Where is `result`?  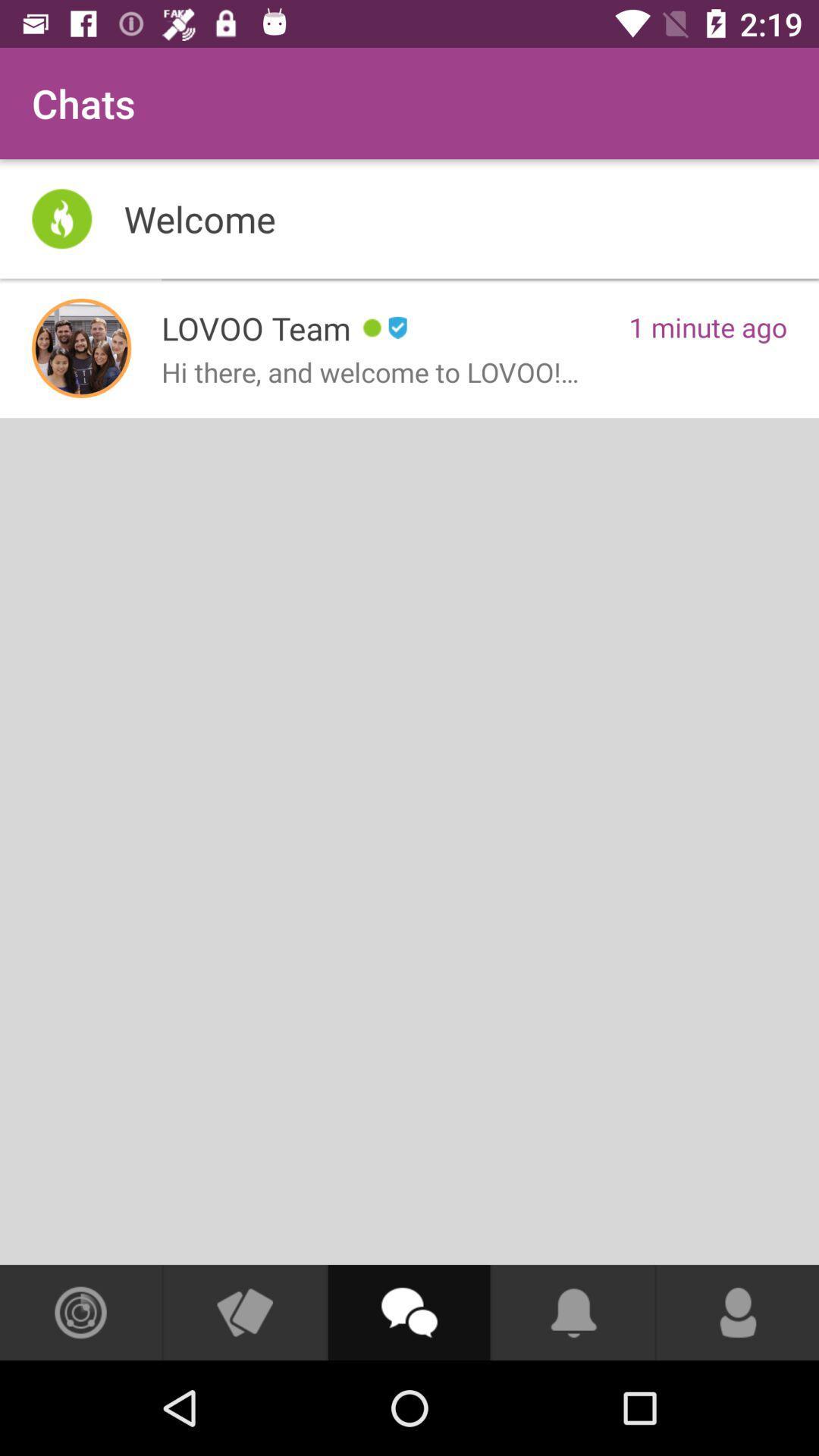 result is located at coordinates (81, 347).